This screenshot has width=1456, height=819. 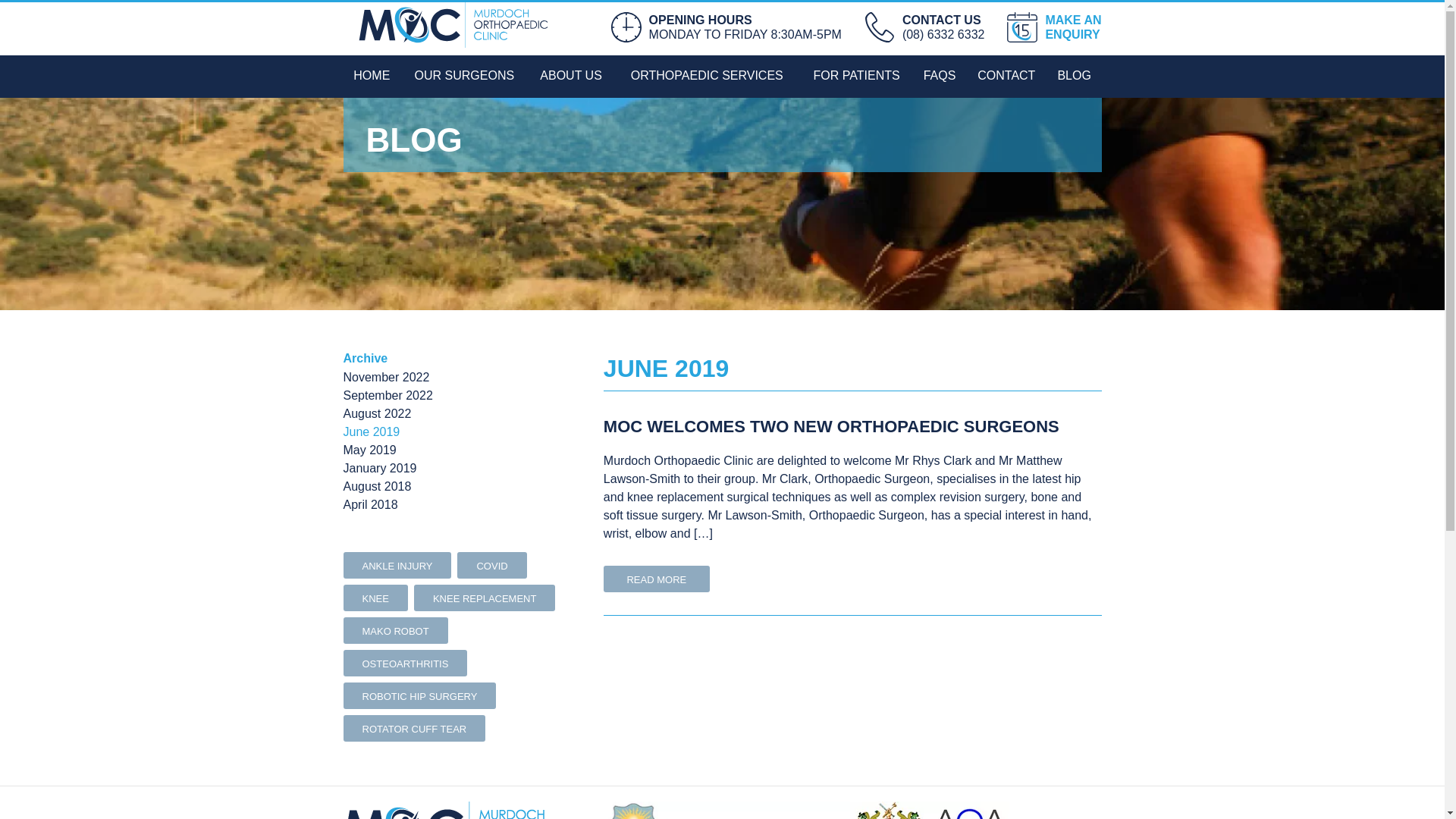 What do you see at coordinates (938, 76) in the screenshot?
I see `'FAQS'` at bounding box center [938, 76].